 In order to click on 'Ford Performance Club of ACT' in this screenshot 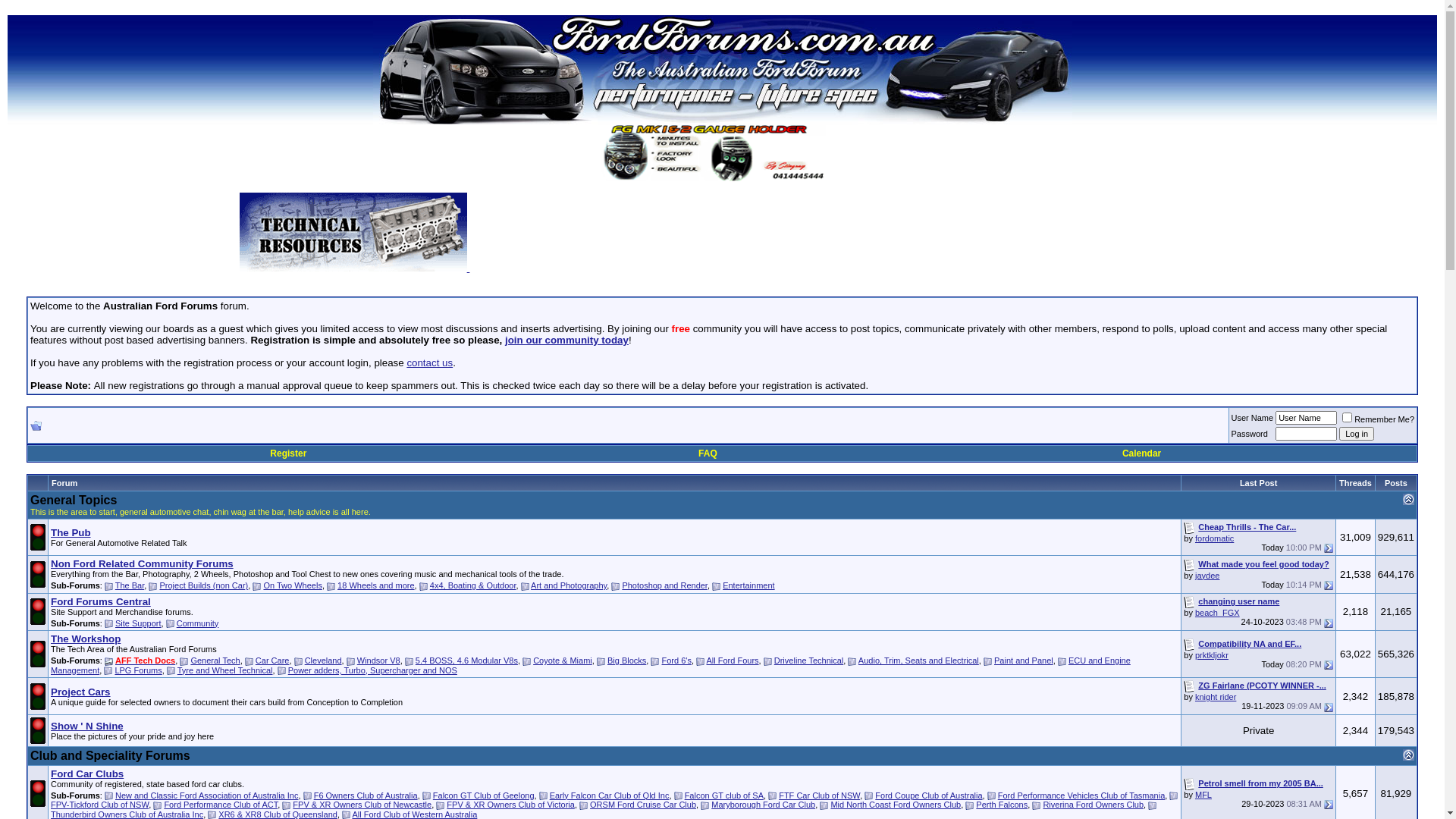, I will do `click(220, 803)`.